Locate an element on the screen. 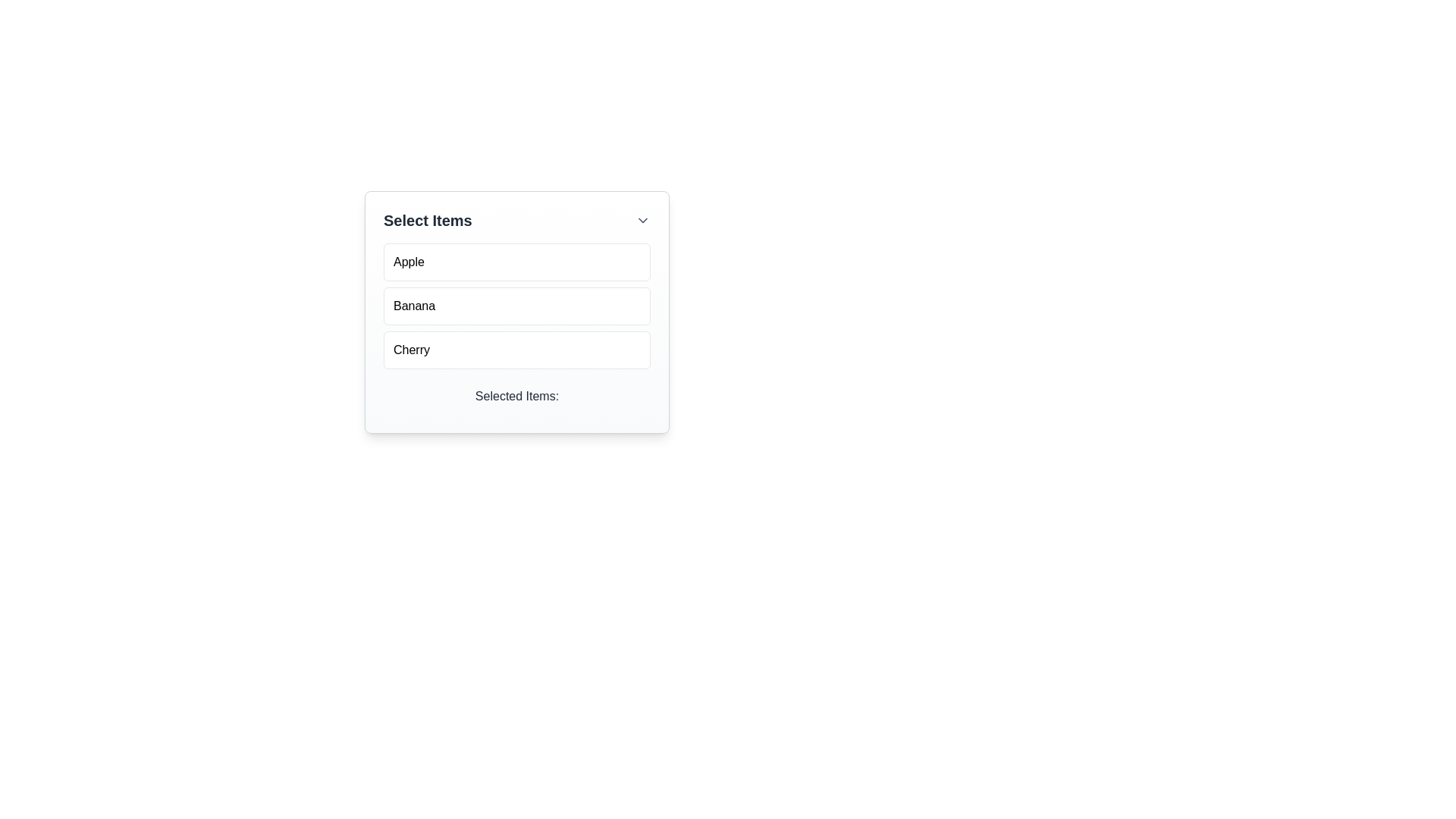  the list item labeled 'Banana' is located at coordinates (516, 306).